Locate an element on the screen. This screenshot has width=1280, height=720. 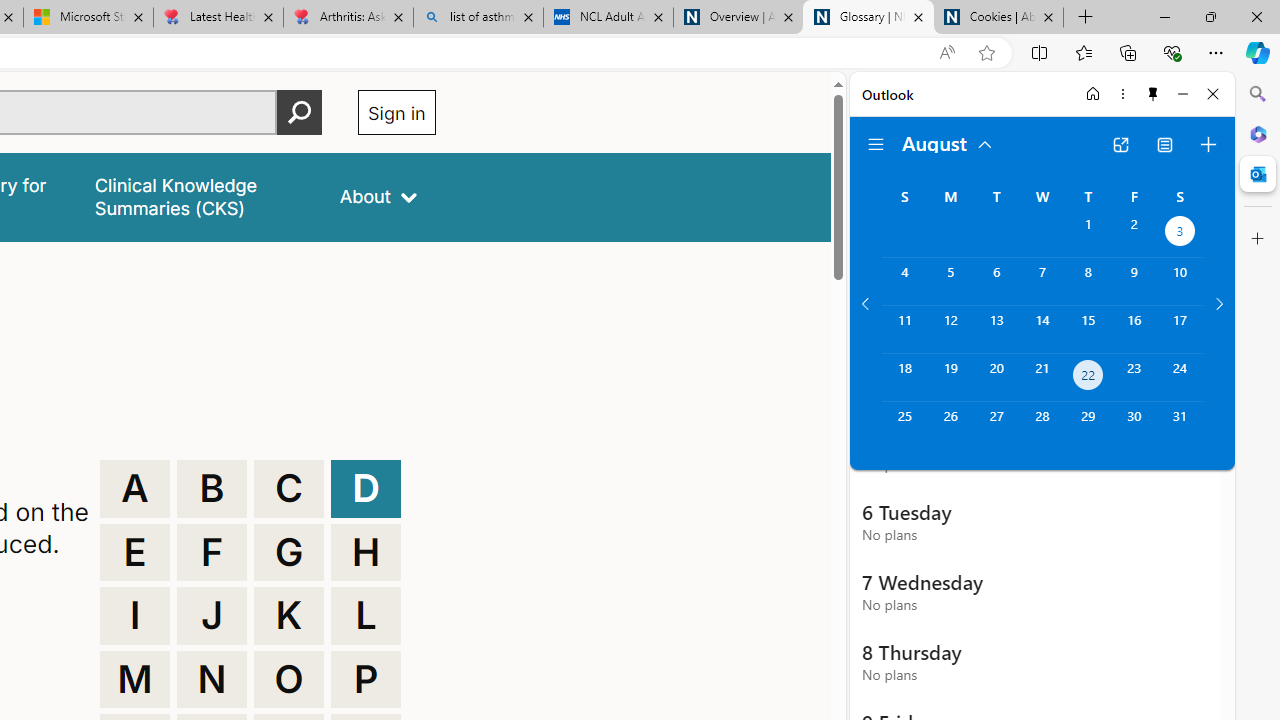
'E' is located at coordinates (134, 552).